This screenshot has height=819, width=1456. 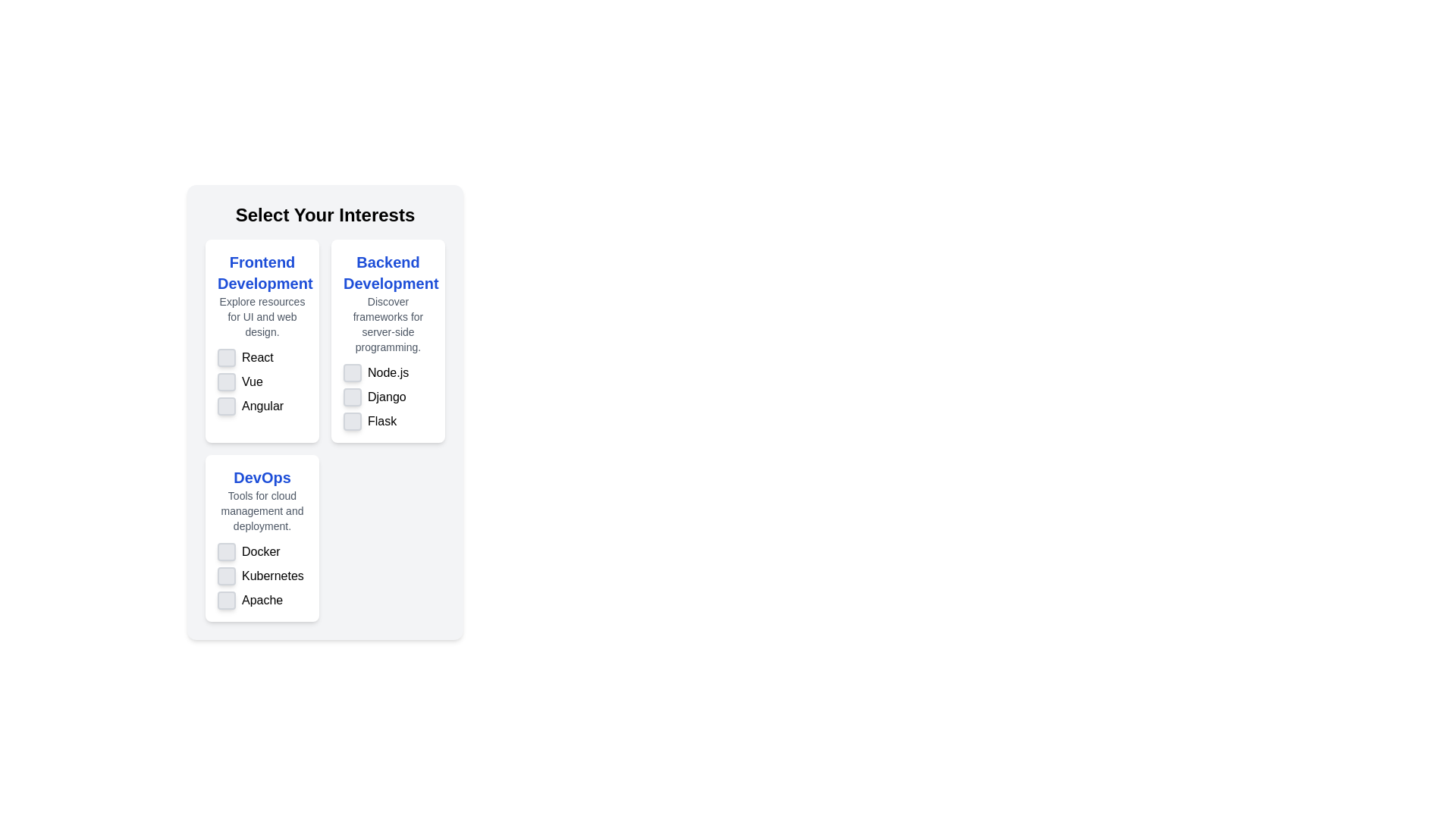 What do you see at coordinates (225, 552) in the screenshot?
I see `the first checkbox in the 'DevOps' section` at bounding box center [225, 552].